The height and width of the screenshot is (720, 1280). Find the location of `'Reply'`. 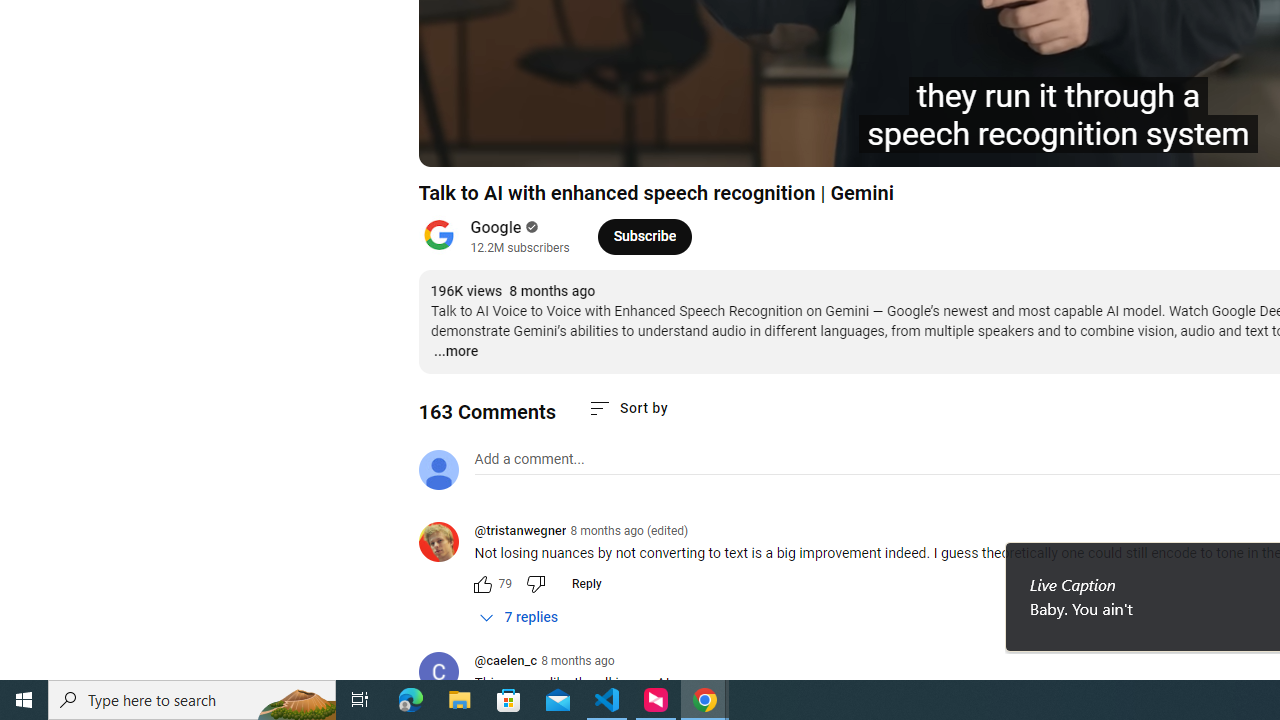

'Reply' is located at coordinates (585, 583).